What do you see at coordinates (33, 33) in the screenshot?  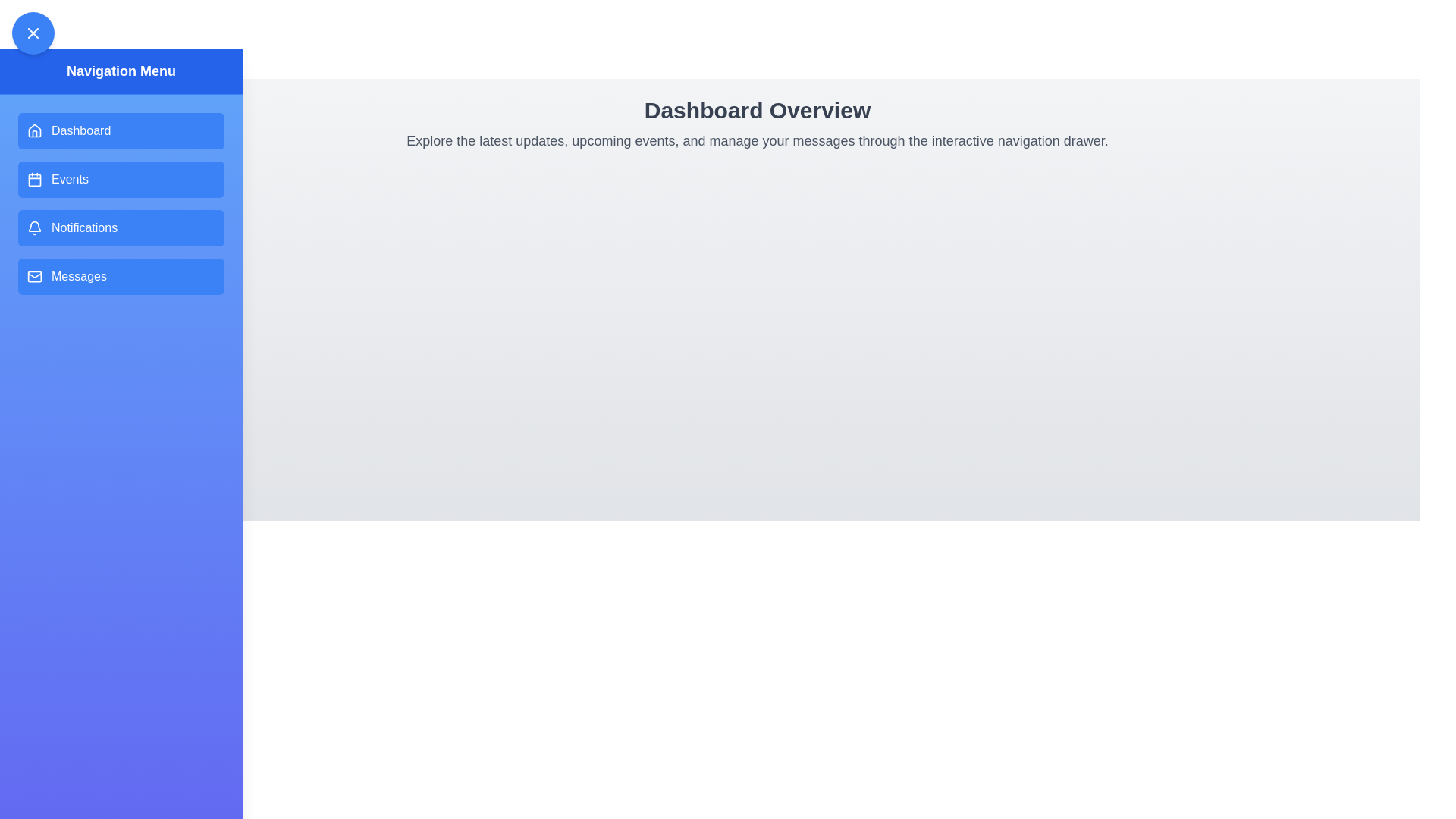 I see `toggle button to toggle the drawer visibility` at bounding box center [33, 33].